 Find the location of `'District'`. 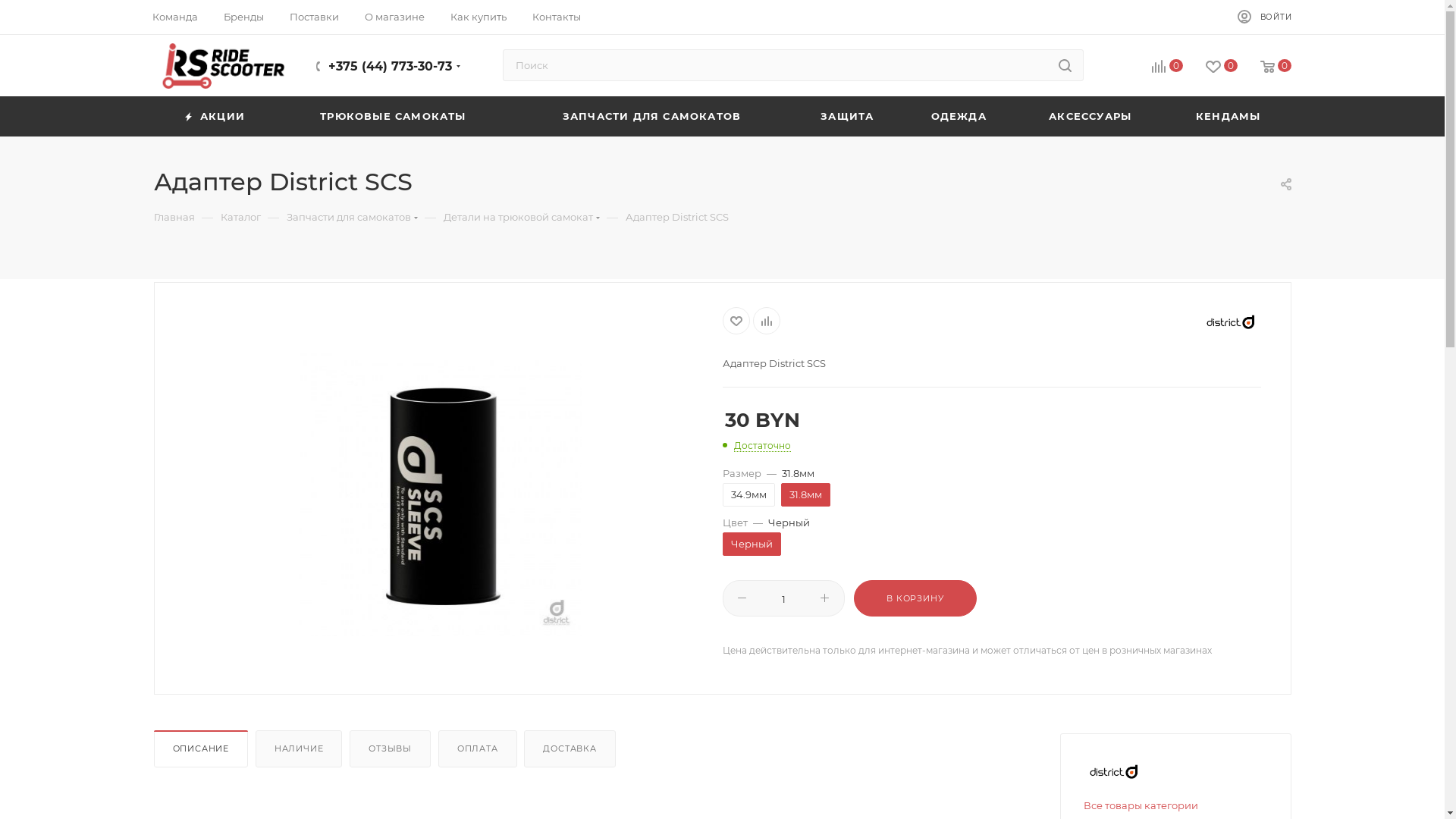

'District' is located at coordinates (1230, 321).